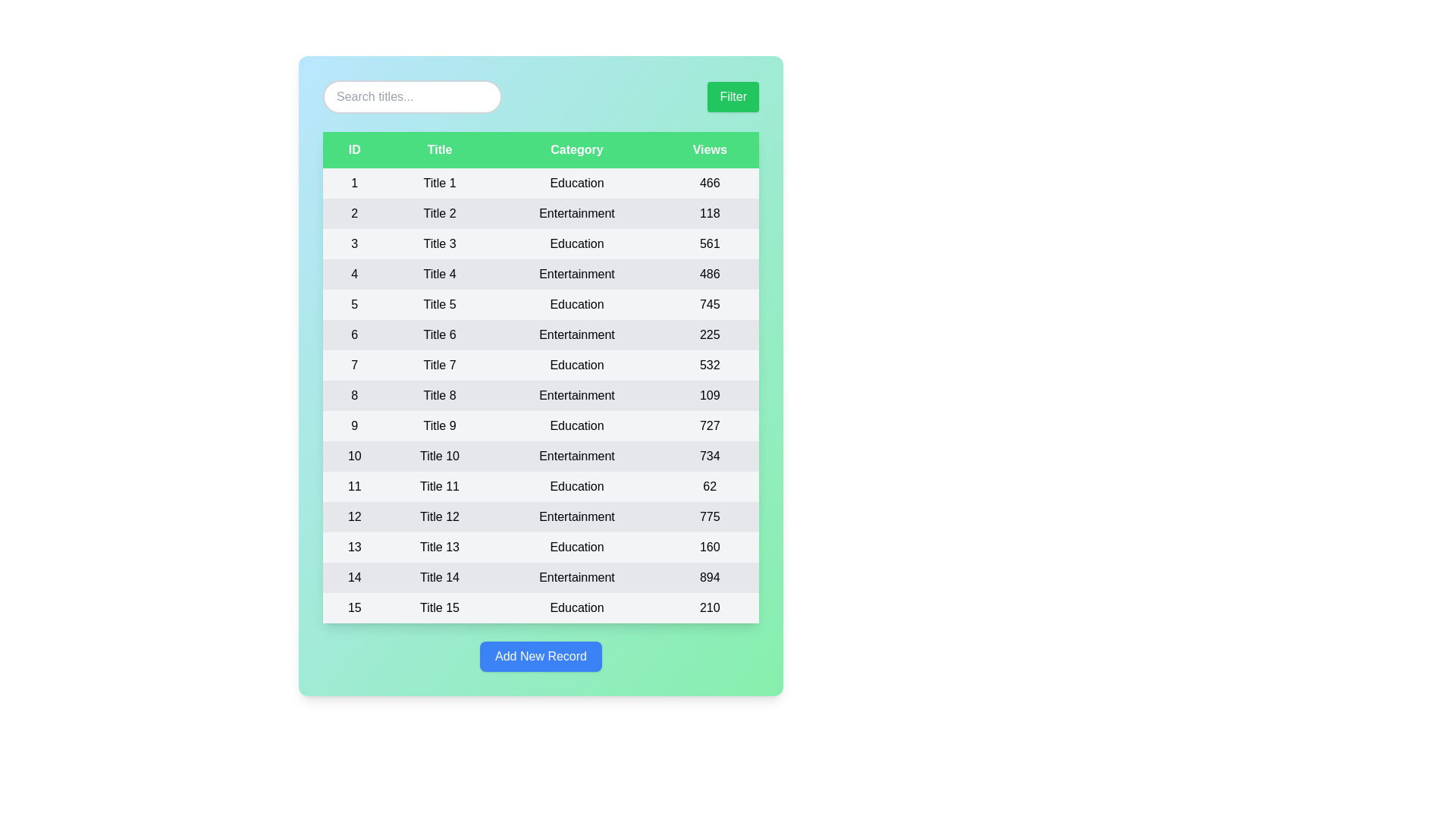  Describe the element at coordinates (541, 656) in the screenshot. I see `'Add New Record' button` at that location.